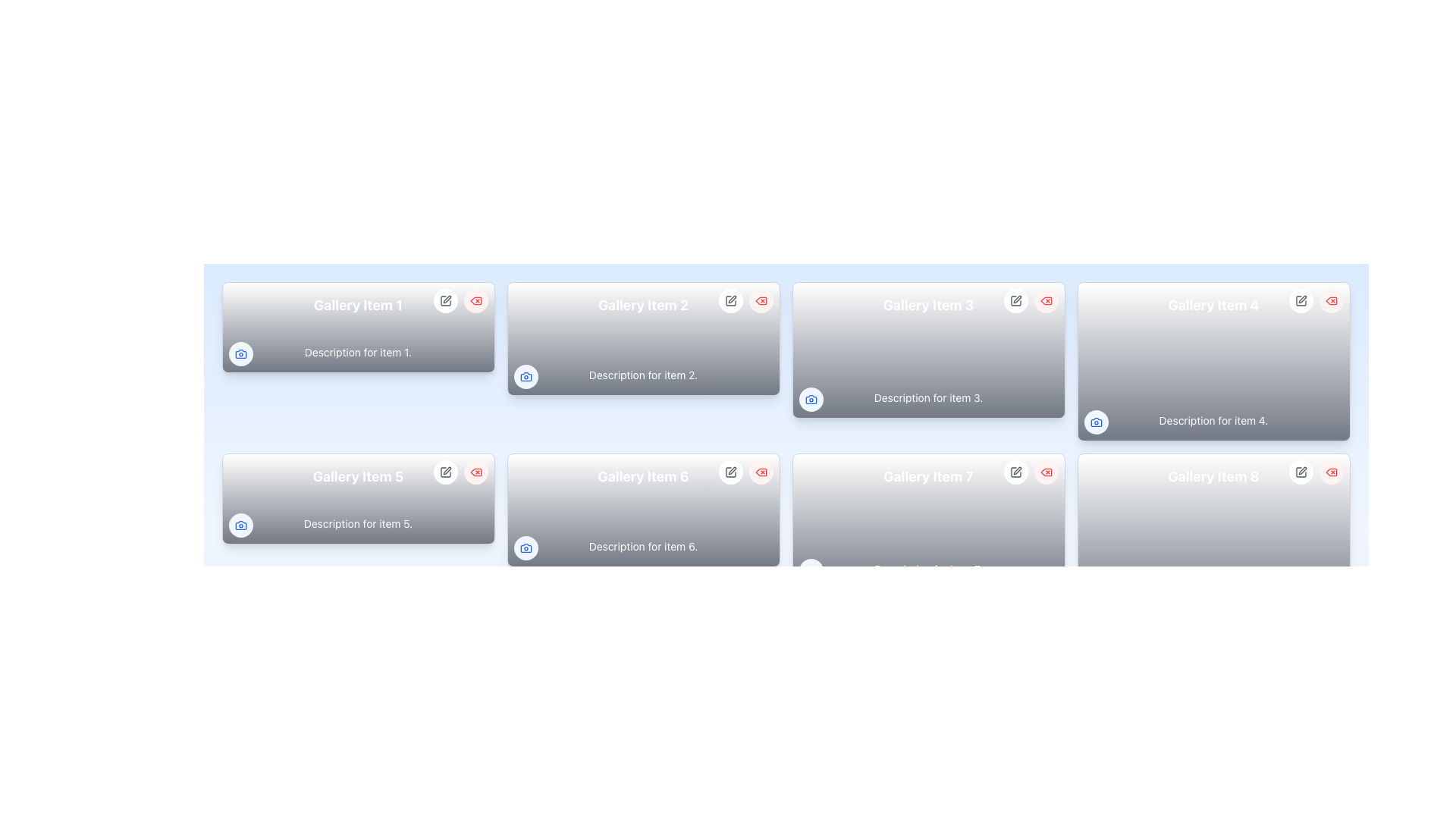  I want to click on the deletion icon with a trash symbol located in the top right corner of the card labeled 'Gallery Item 3', so click(1045, 301).